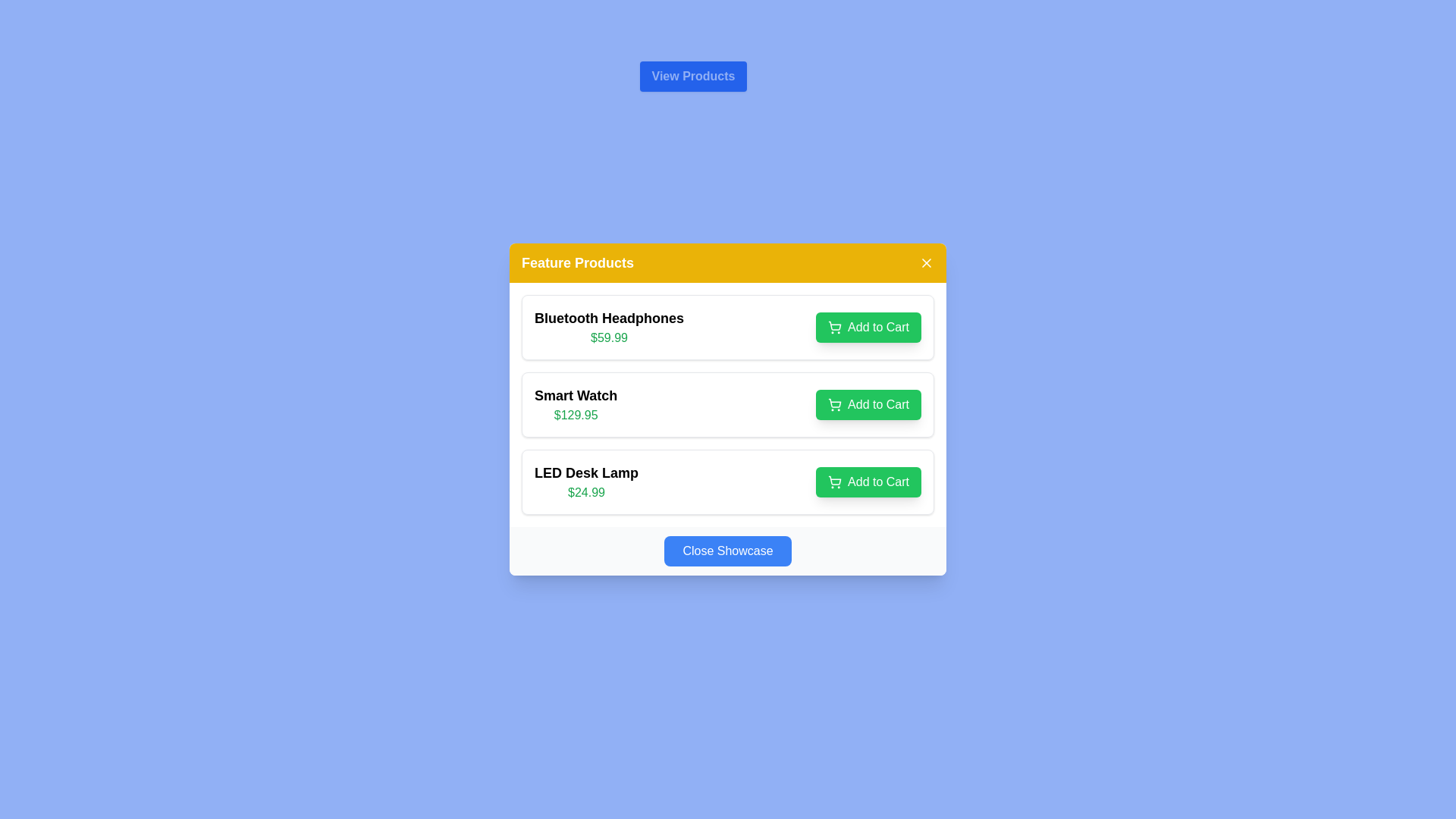 The height and width of the screenshot is (819, 1456). I want to click on the button, so click(868, 327).